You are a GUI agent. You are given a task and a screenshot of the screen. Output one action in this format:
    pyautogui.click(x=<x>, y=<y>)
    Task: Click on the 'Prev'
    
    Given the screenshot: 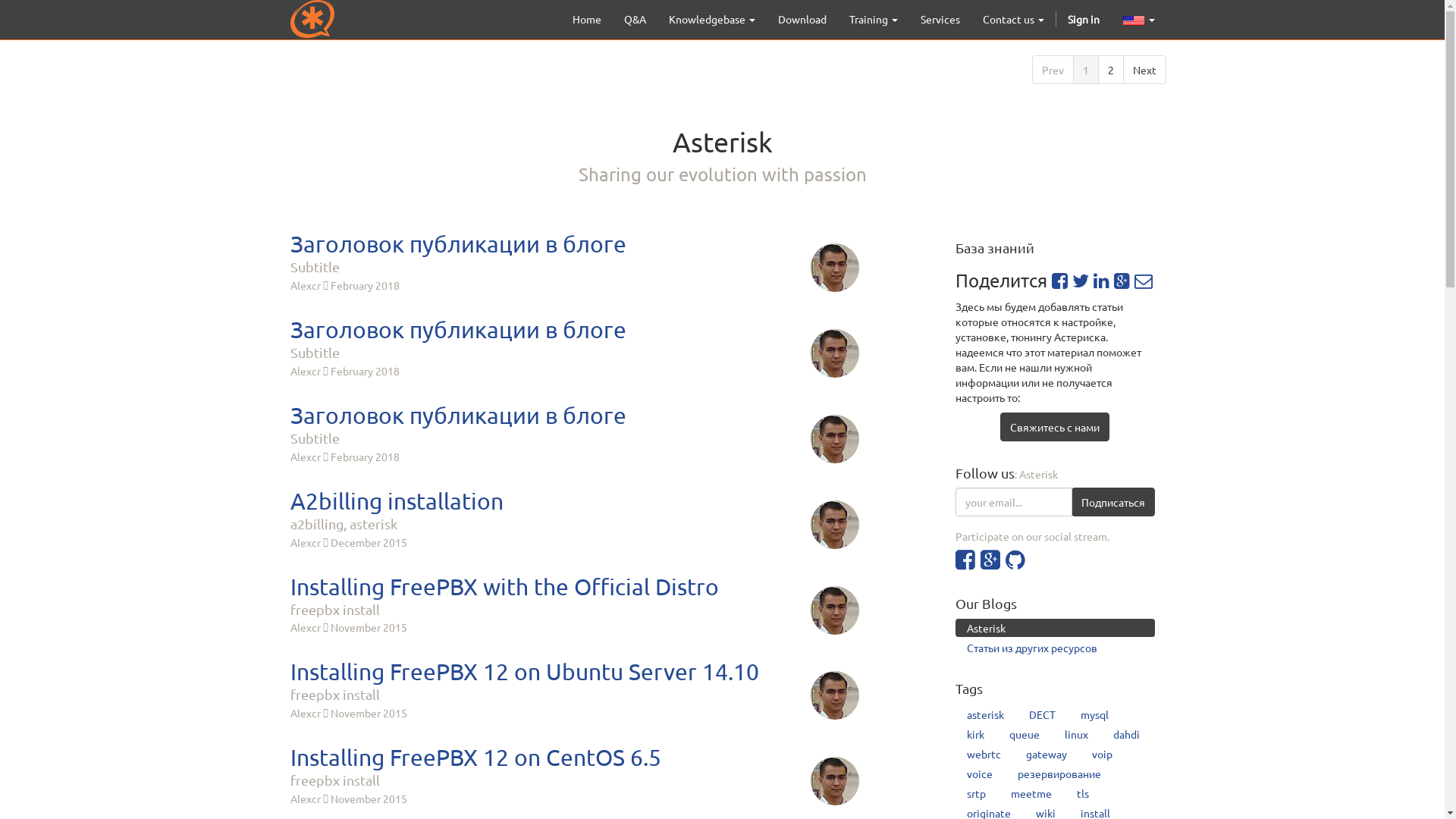 What is the action you would take?
    pyautogui.click(x=1051, y=70)
    